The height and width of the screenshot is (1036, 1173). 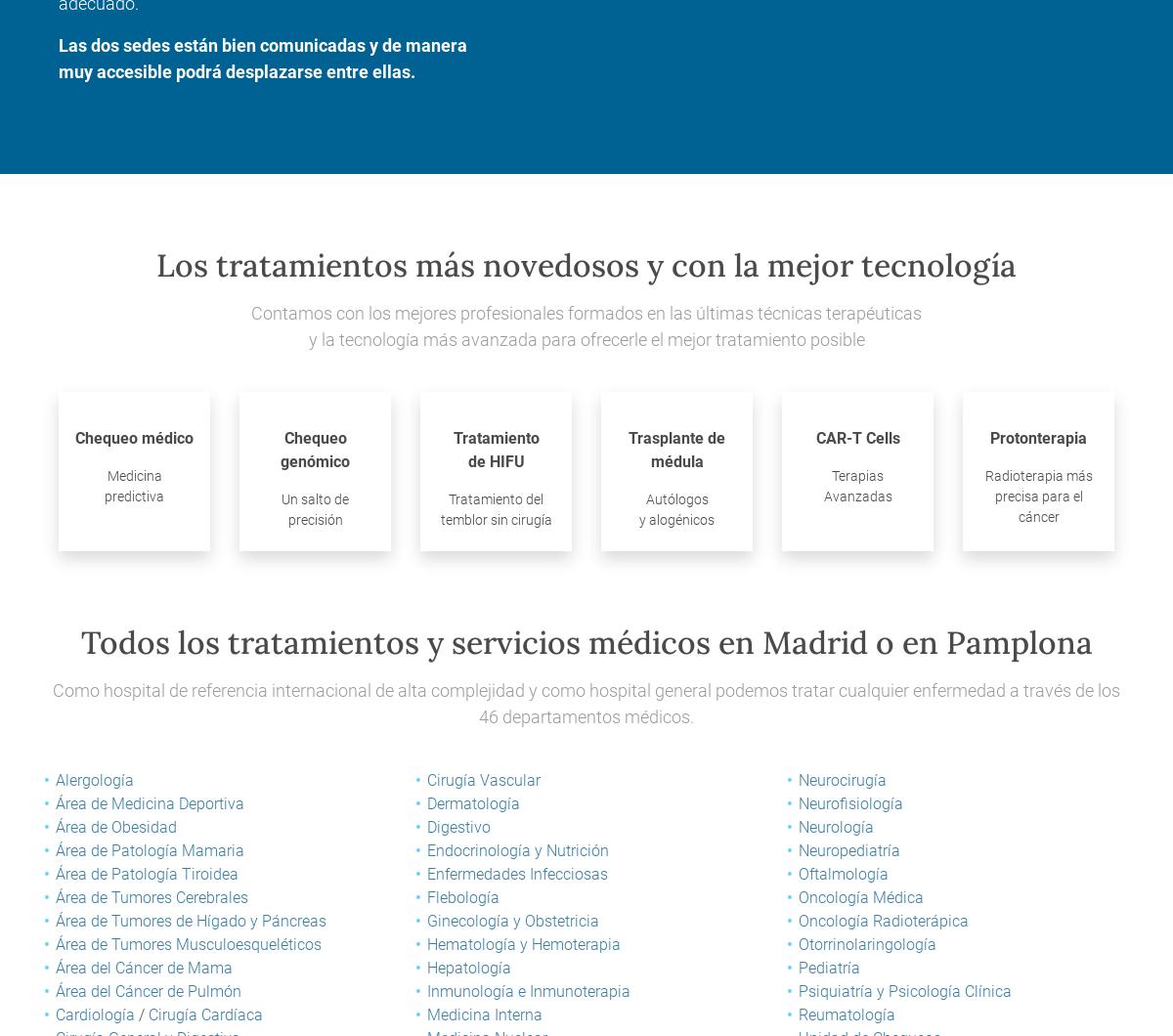 I want to click on 'y alogénicos', so click(x=676, y=518).